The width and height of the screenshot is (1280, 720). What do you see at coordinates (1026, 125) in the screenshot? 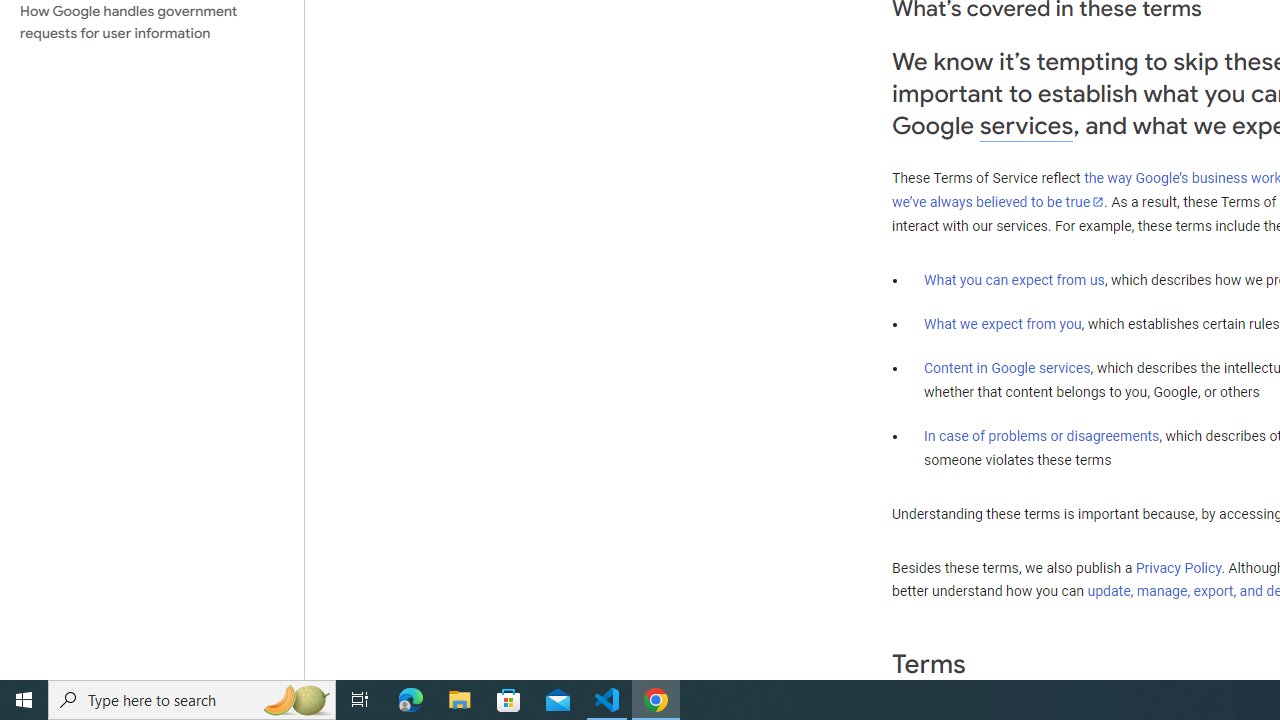
I see `'services'` at bounding box center [1026, 125].